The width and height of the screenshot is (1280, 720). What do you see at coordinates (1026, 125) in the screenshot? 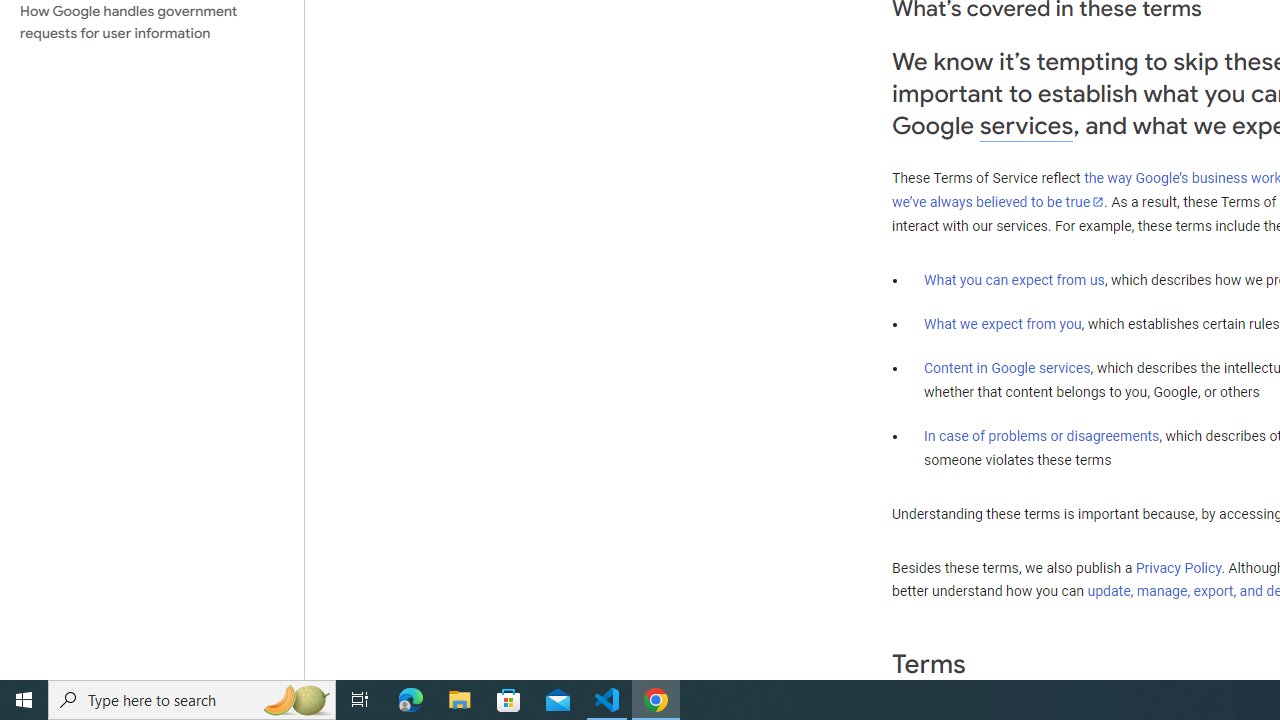
I see `'services'` at bounding box center [1026, 125].